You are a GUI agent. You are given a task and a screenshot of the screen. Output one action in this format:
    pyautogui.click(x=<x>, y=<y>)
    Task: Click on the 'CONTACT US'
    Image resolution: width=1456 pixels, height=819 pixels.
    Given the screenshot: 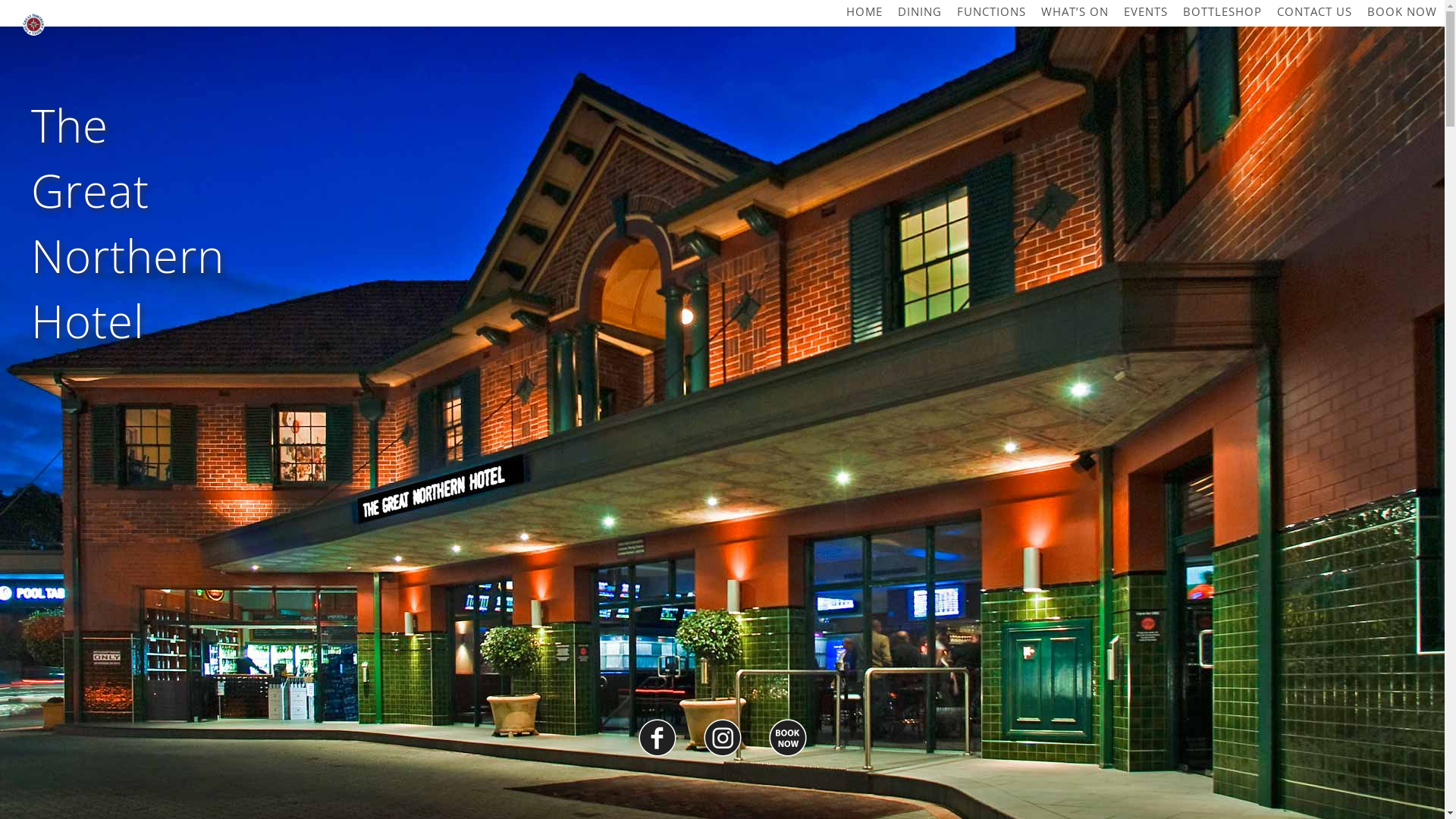 What is the action you would take?
    pyautogui.click(x=1313, y=11)
    